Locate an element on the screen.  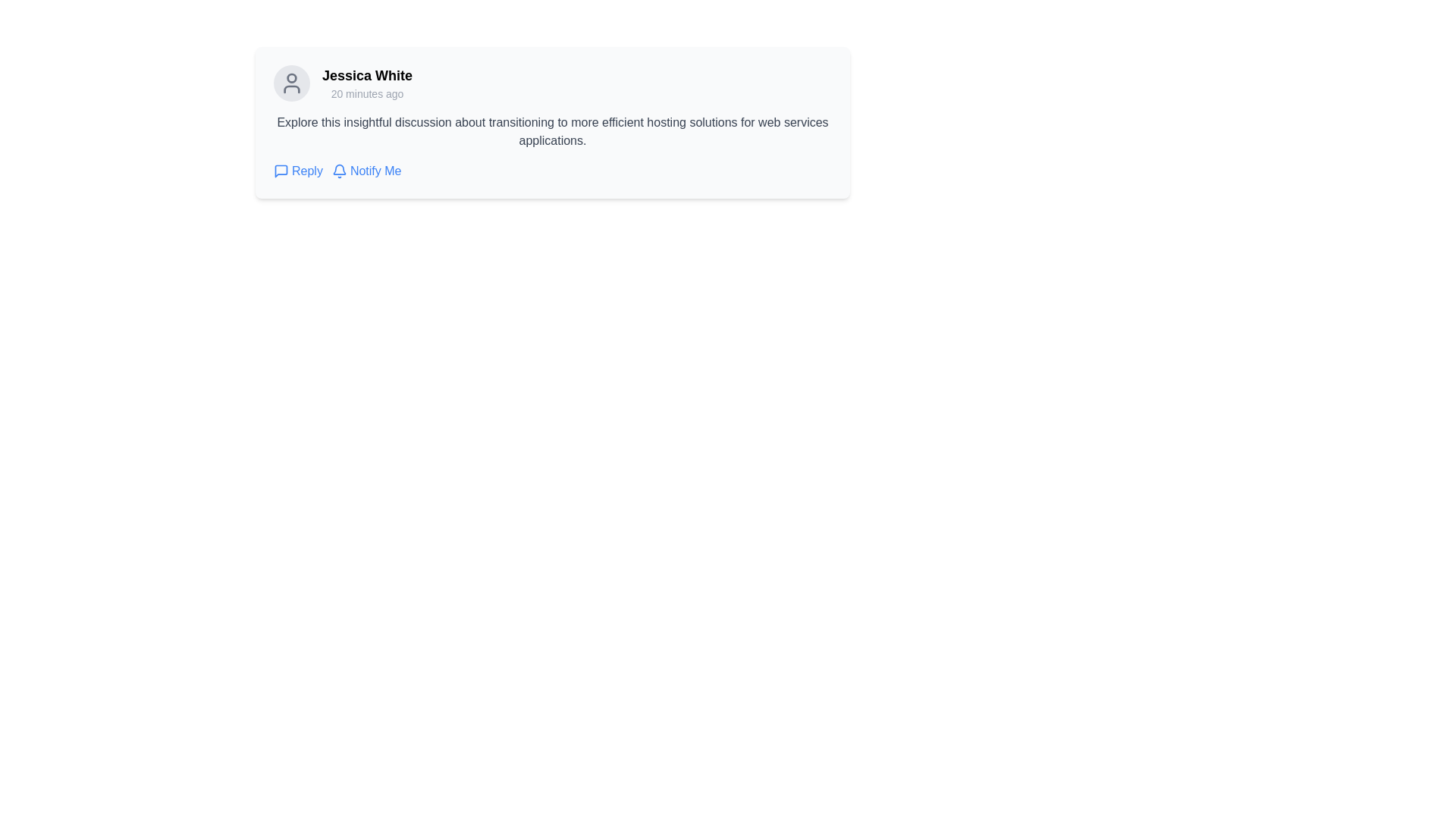
the user profile icon representing 'Jessica White' in the upper-left corner of the card interface is located at coordinates (291, 83).